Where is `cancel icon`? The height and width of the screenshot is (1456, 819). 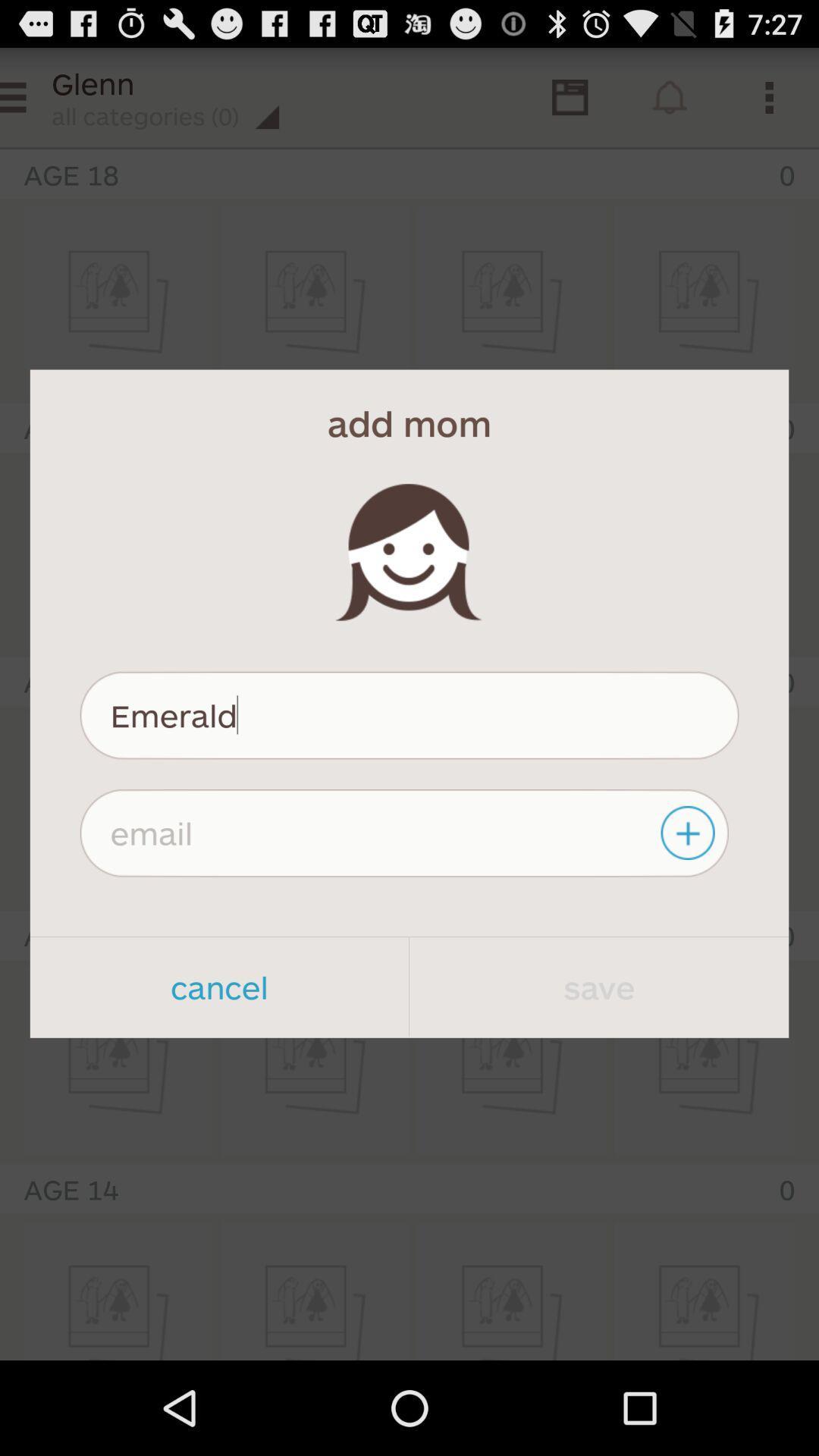 cancel icon is located at coordinates (219, 987).